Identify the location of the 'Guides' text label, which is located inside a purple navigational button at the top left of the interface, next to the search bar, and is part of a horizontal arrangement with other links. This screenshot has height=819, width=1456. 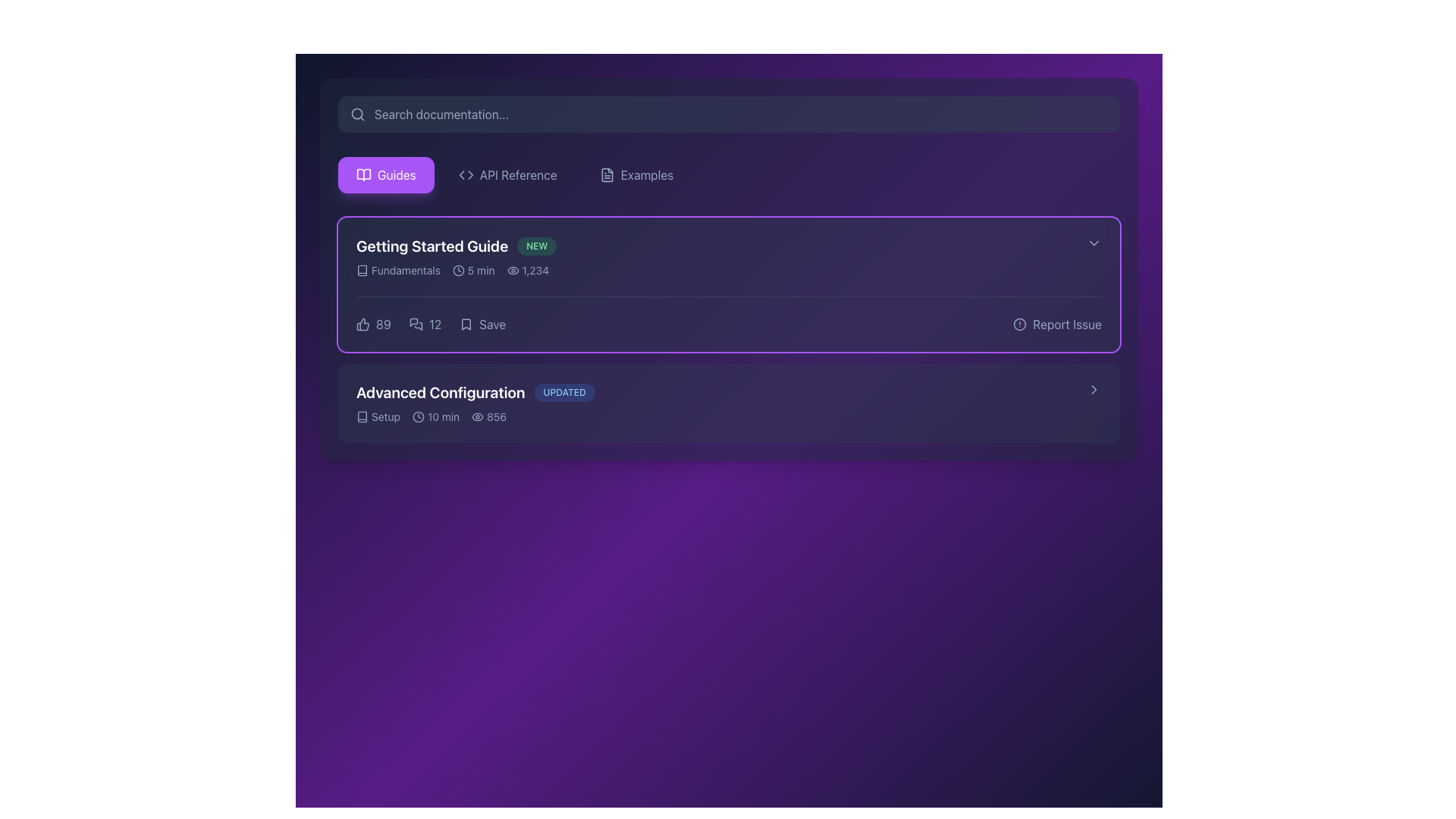
(397, 174).